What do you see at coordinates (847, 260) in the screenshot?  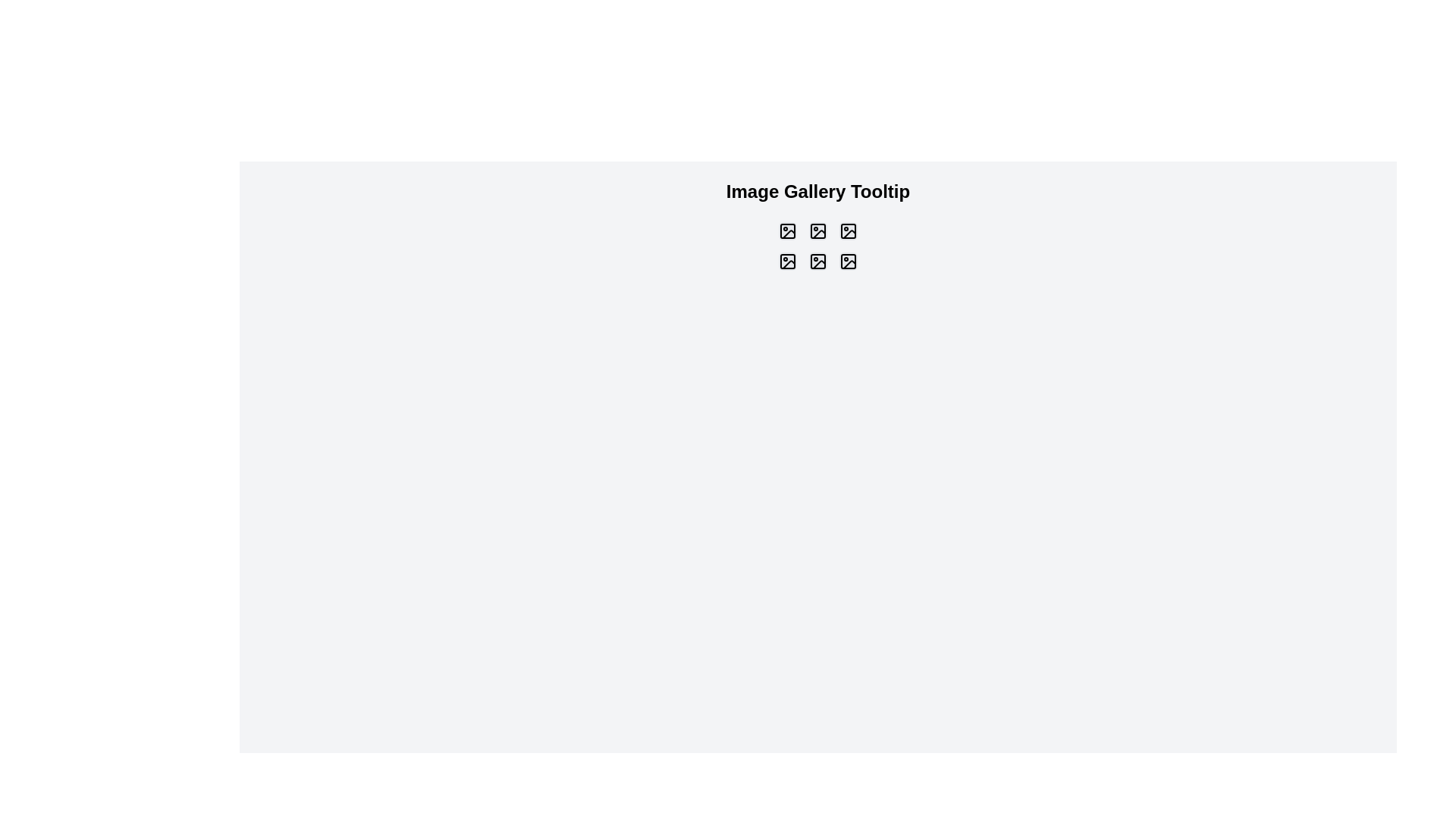 I see `the small rectangle with rounded corners that represents the image icon in the bottom-right grid of icons` at bounding box center [847, 260].